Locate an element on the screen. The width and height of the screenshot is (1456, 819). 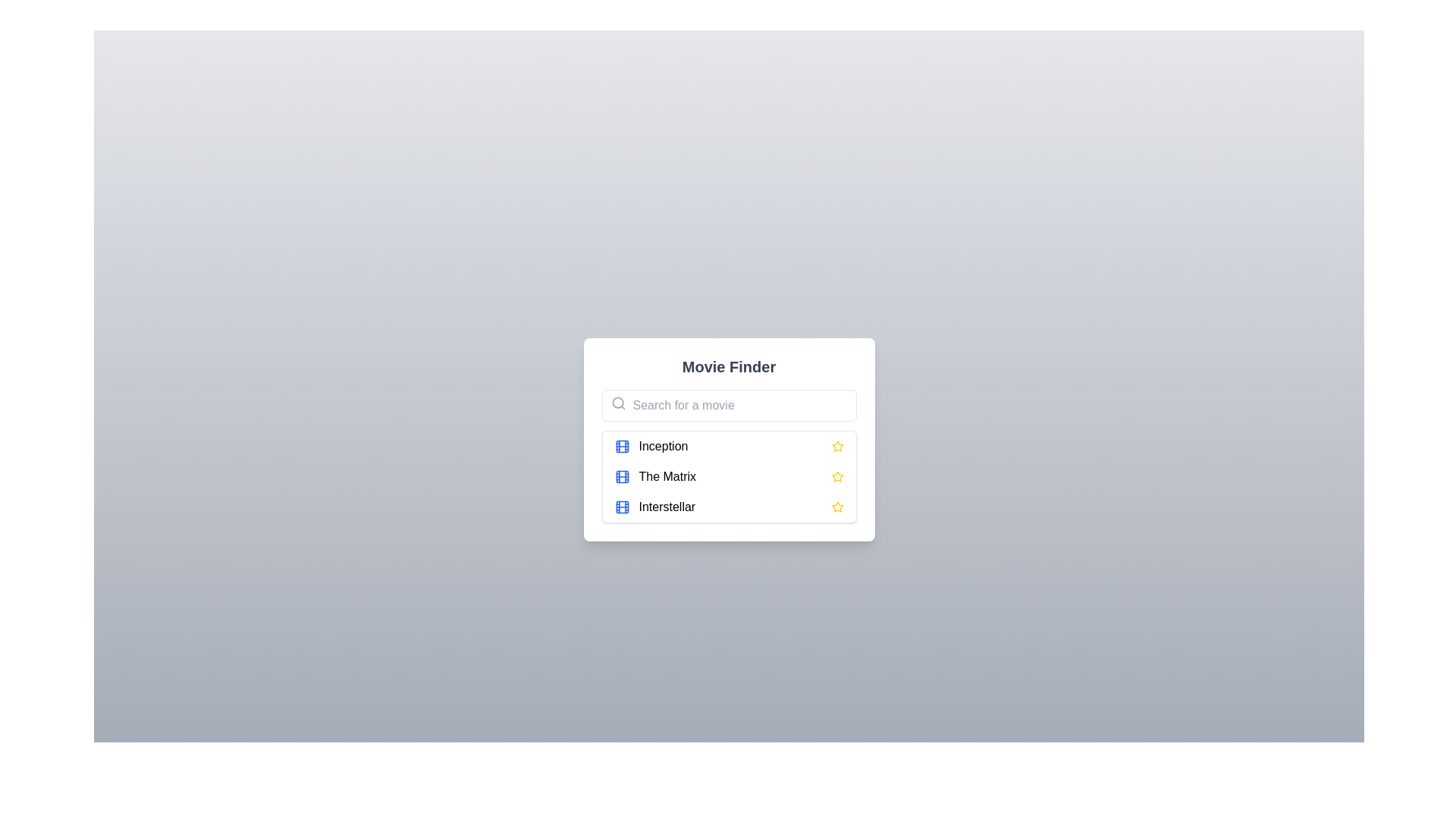
the text label representing the movie titled 'The Matrix' is located at coordinates (667, 475).